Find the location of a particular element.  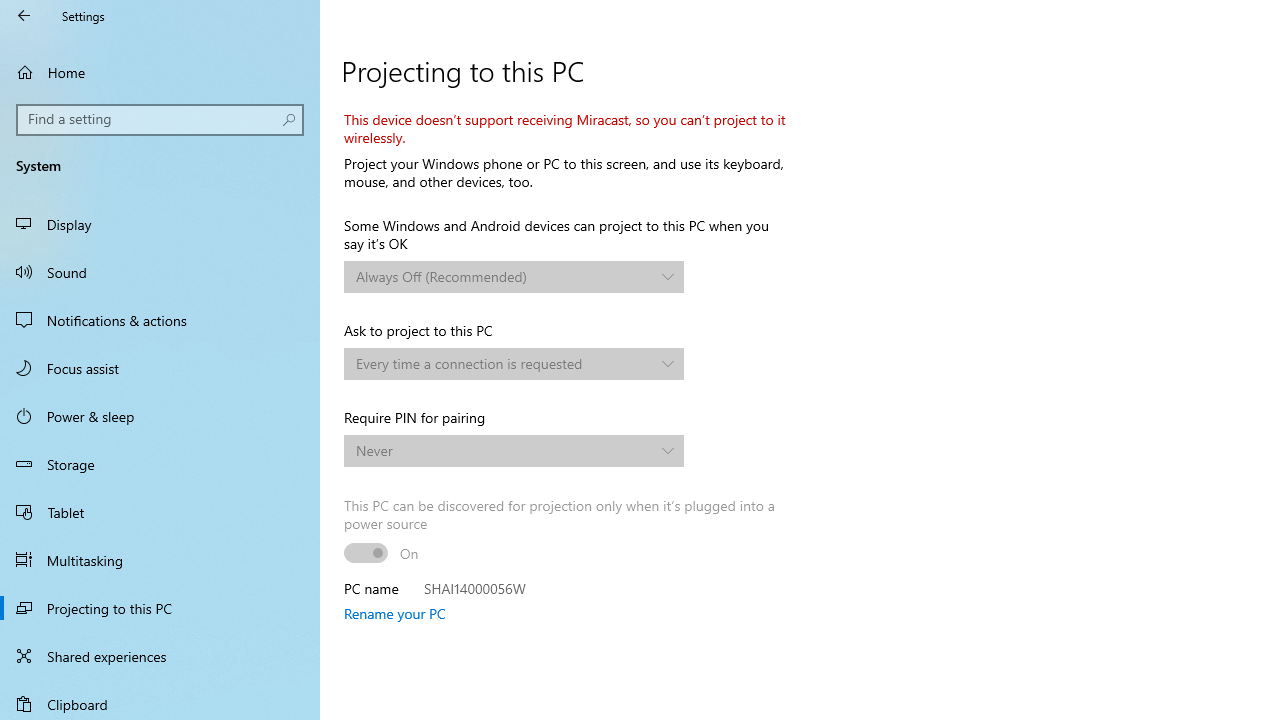

'Home' is located at coordinates (160, 71).